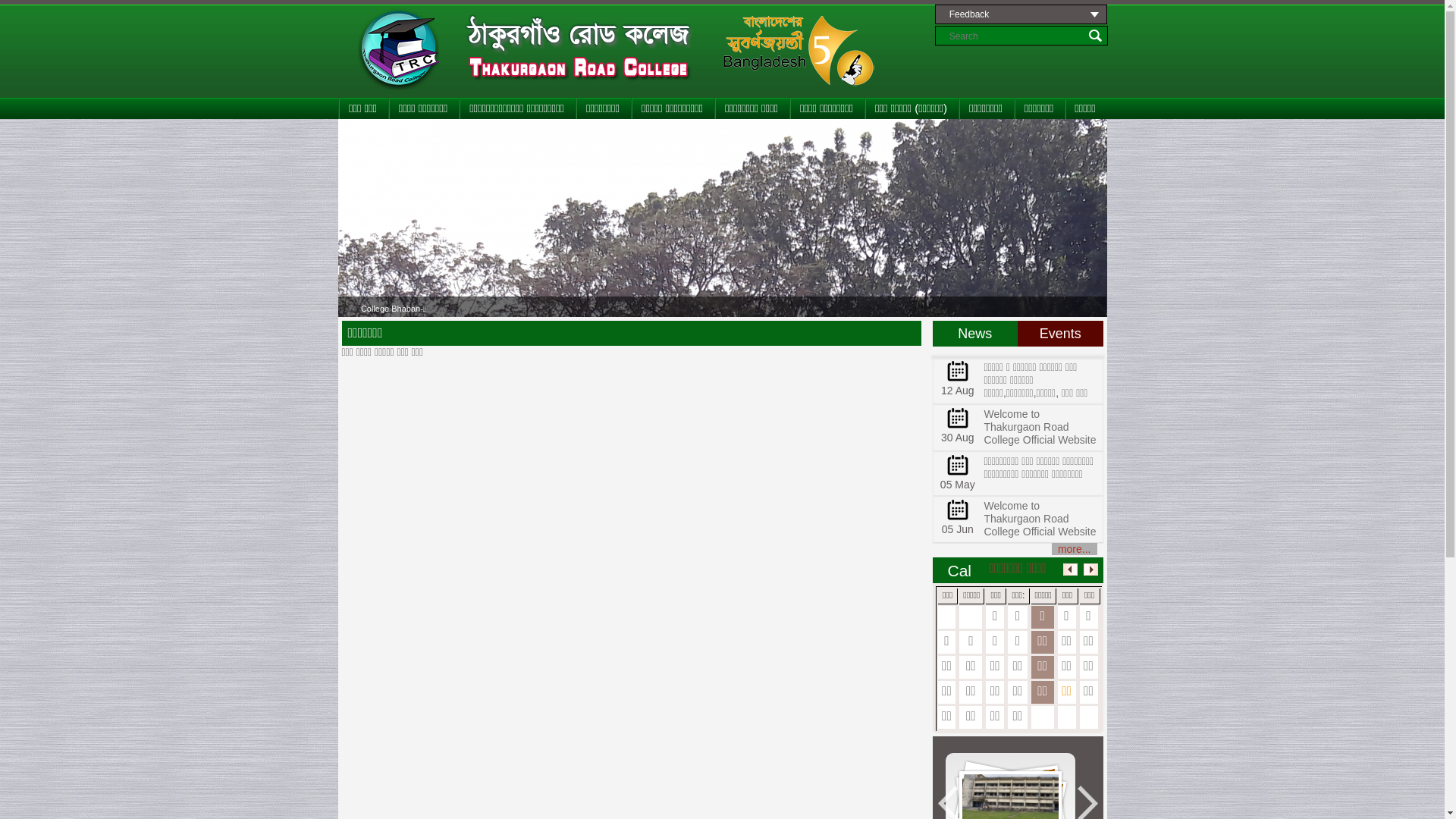 The width and height of the screenshot is (1456, 819). Describe the element at coordinates (1039, 517) in the screenshot. I see `'Welcome to Thakurgaon Road College Official Website'` at that location.